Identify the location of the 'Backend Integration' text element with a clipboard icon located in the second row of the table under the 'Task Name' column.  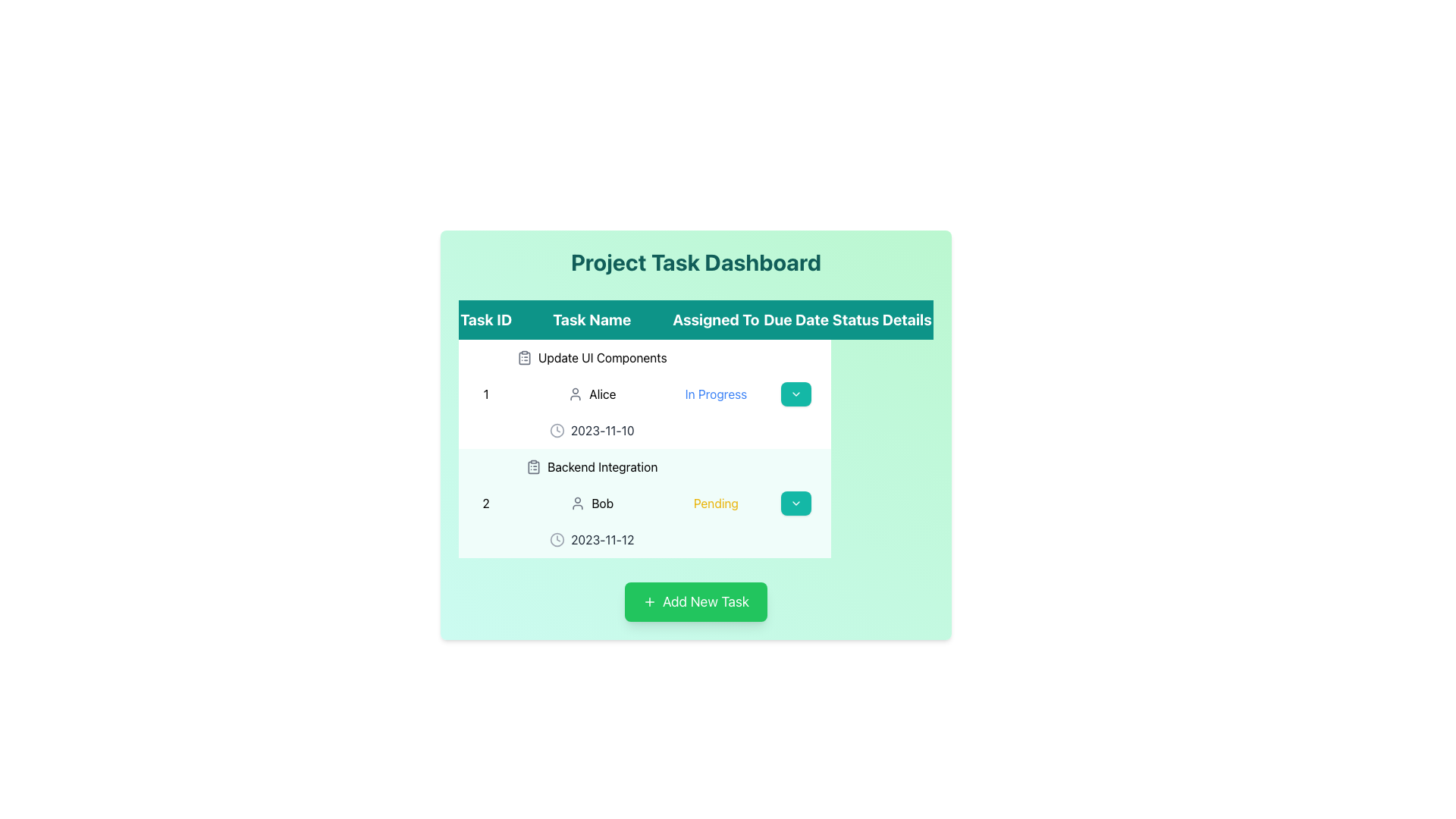
(591, 466).